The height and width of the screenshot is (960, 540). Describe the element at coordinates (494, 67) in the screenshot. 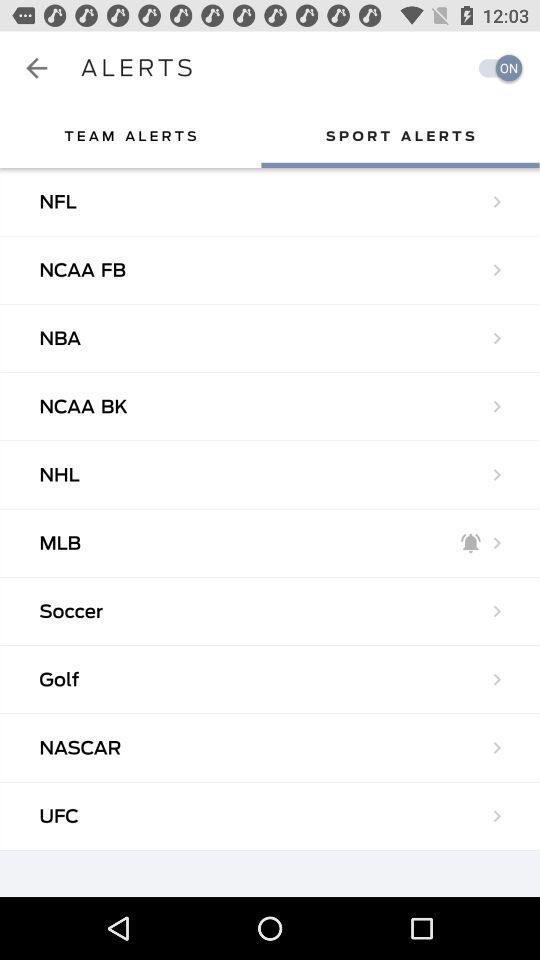

I see `switch over button` at that location.